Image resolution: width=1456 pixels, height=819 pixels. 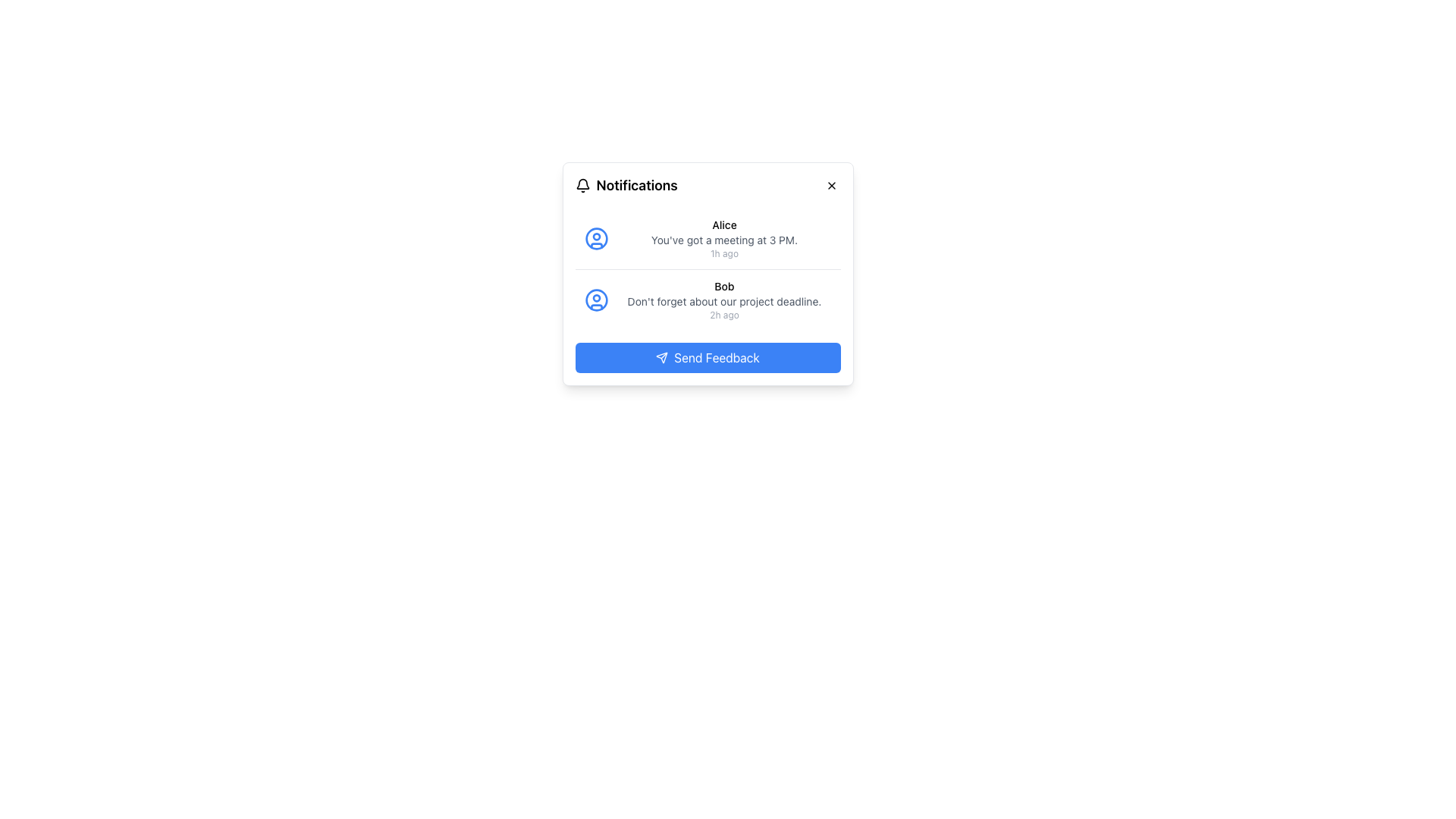 I want to click on the user icon representing 'Alice' in the notification list, which is the first icon aligned left of the text 'Alice You've got a meeting at 3 PM. 1h ago', so click(x=595, y=239).